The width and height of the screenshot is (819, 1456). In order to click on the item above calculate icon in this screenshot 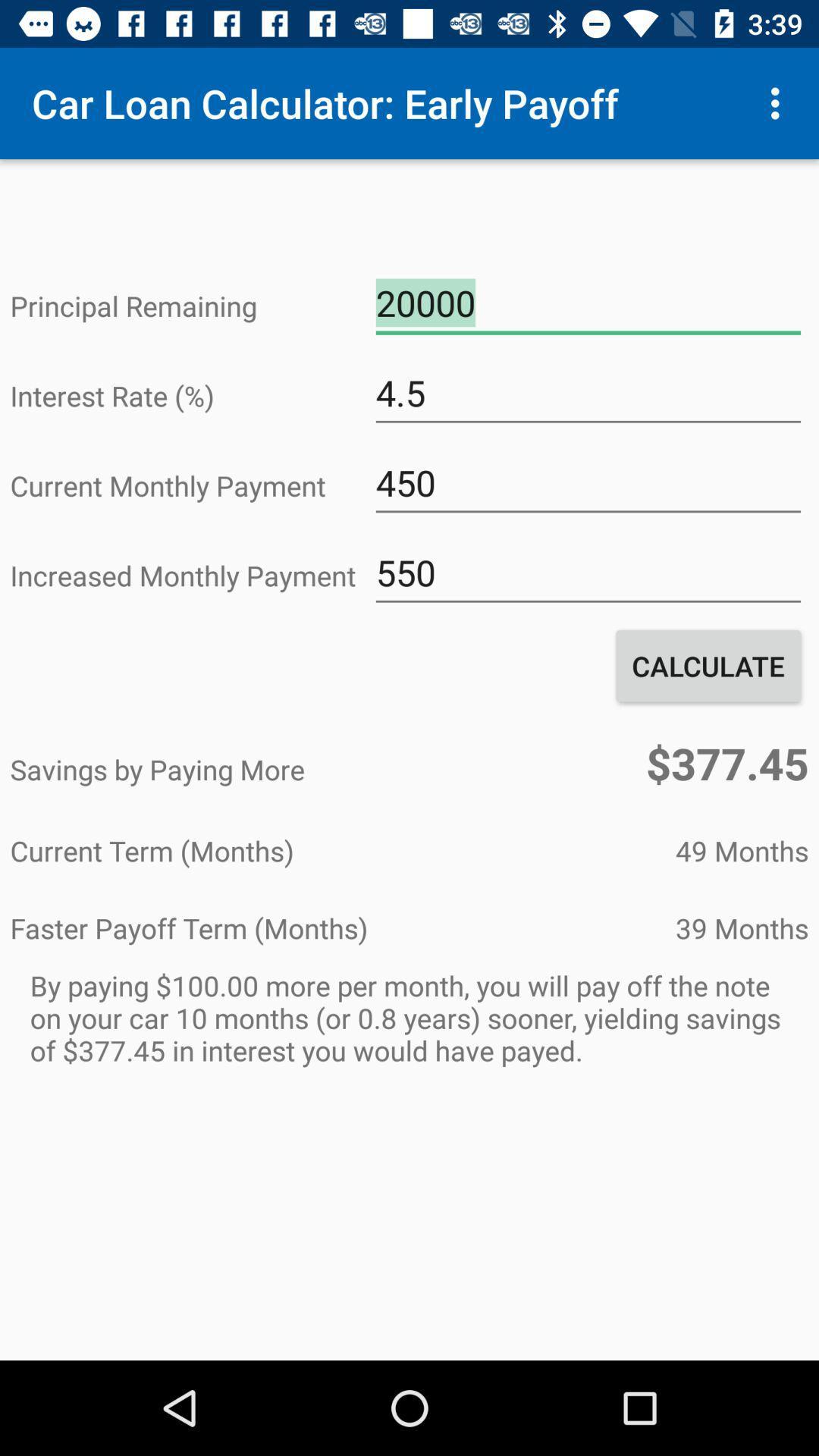, I will do `click(587, 572)`.